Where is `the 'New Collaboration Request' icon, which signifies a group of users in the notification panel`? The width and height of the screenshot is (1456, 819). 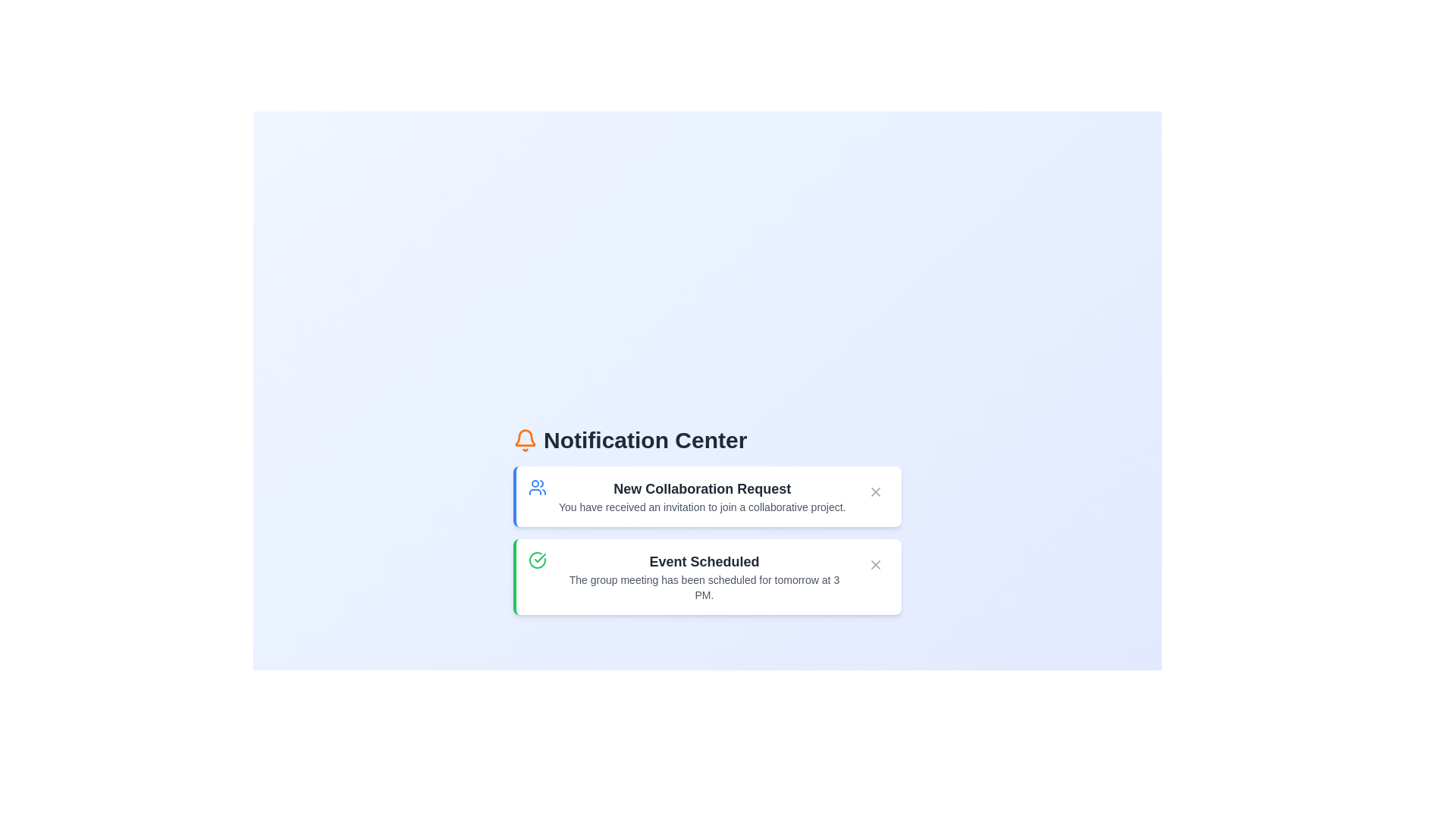
the 'New Collaboration Request' icon, which signifies a group of users in the notification panel is located at coordinates (538, 488).